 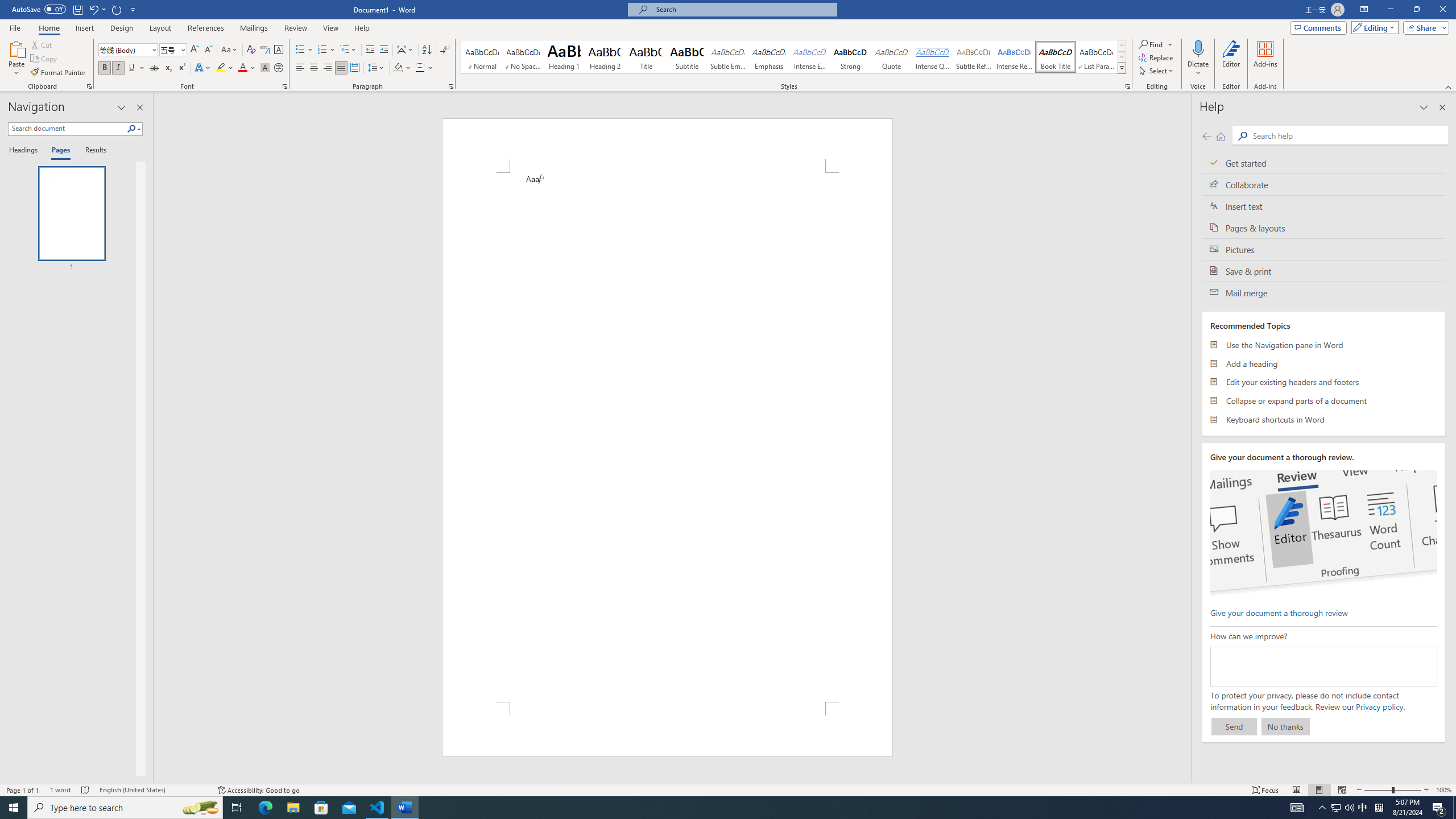 What do you see at coordinates (1323, 400) in the screenshot?
I see `'Collapse or expand parts of a document'` at bounding box center [1323, 400].